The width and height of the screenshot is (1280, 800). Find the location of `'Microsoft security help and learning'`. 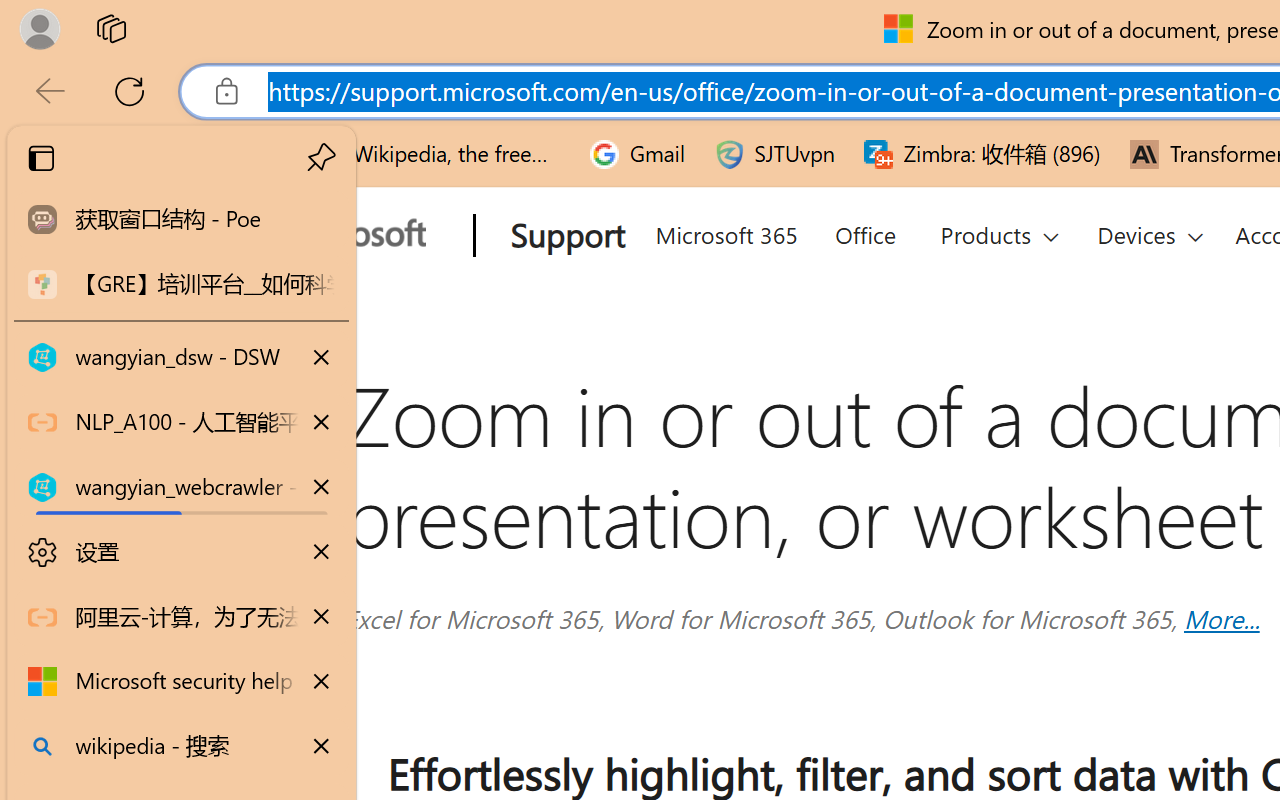

'Microsoft security help and learning' is located at coordinates (181, 682).